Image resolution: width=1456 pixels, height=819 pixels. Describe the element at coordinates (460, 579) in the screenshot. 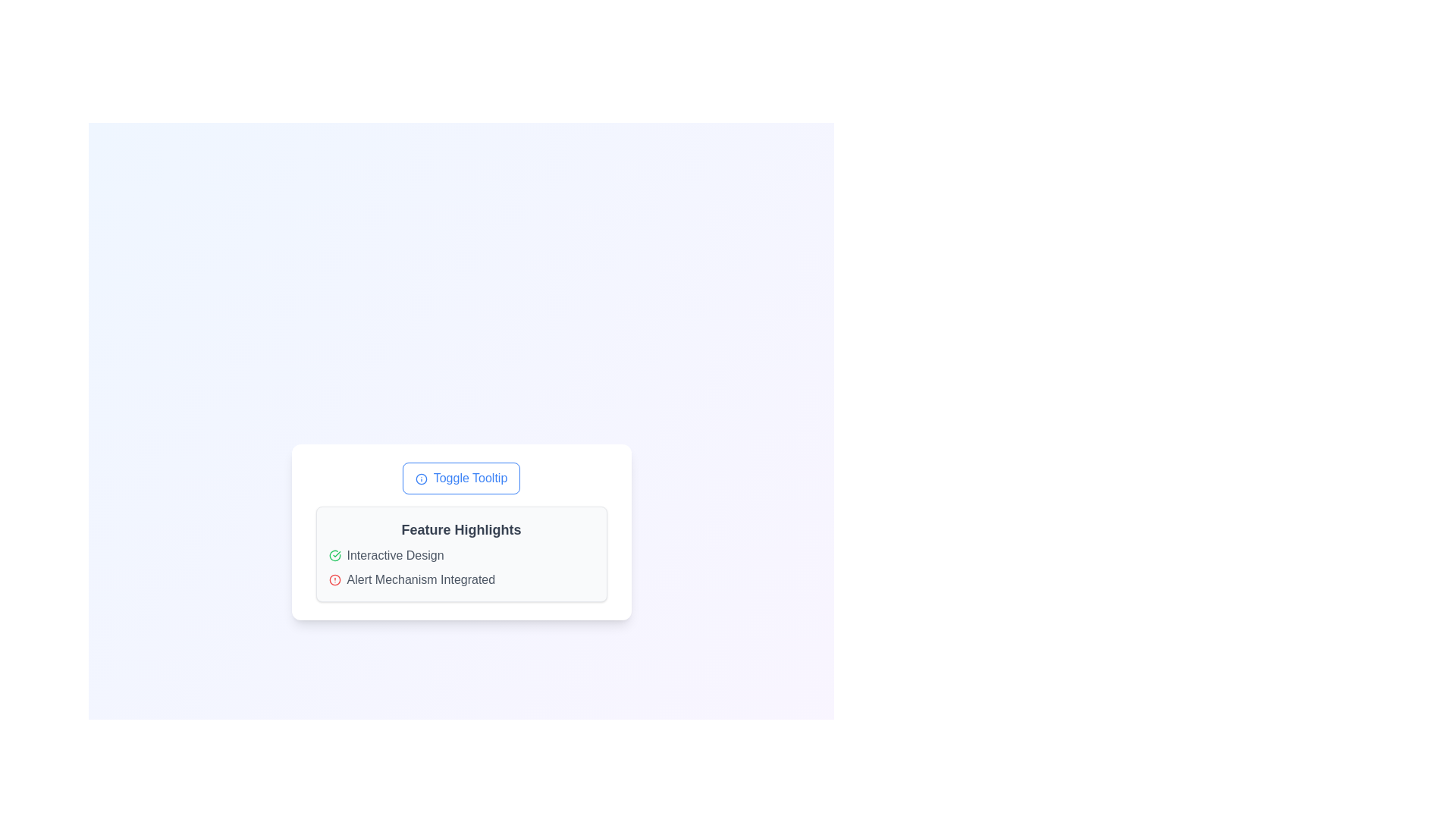

I see `the 'What this Text with icon does' informational indicator located under 'Feature Highlights'` at that location.